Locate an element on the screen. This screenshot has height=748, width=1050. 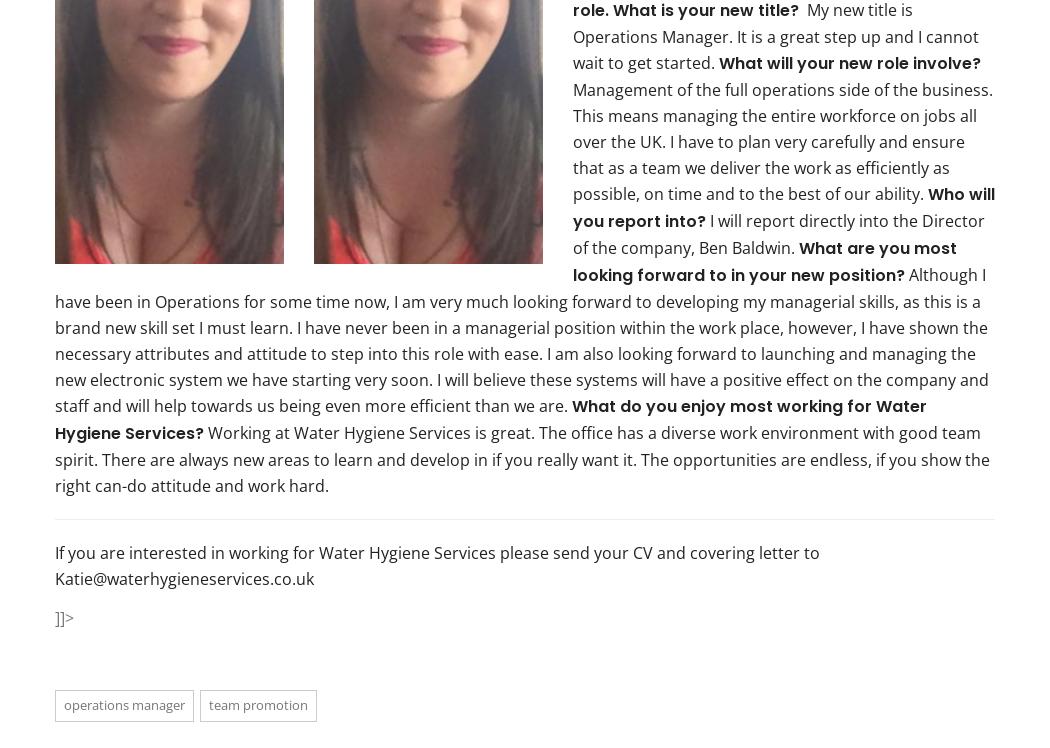
'I will report directly into the Director of the company, Ben Baldwin.' is located at coordinates (571, 233).